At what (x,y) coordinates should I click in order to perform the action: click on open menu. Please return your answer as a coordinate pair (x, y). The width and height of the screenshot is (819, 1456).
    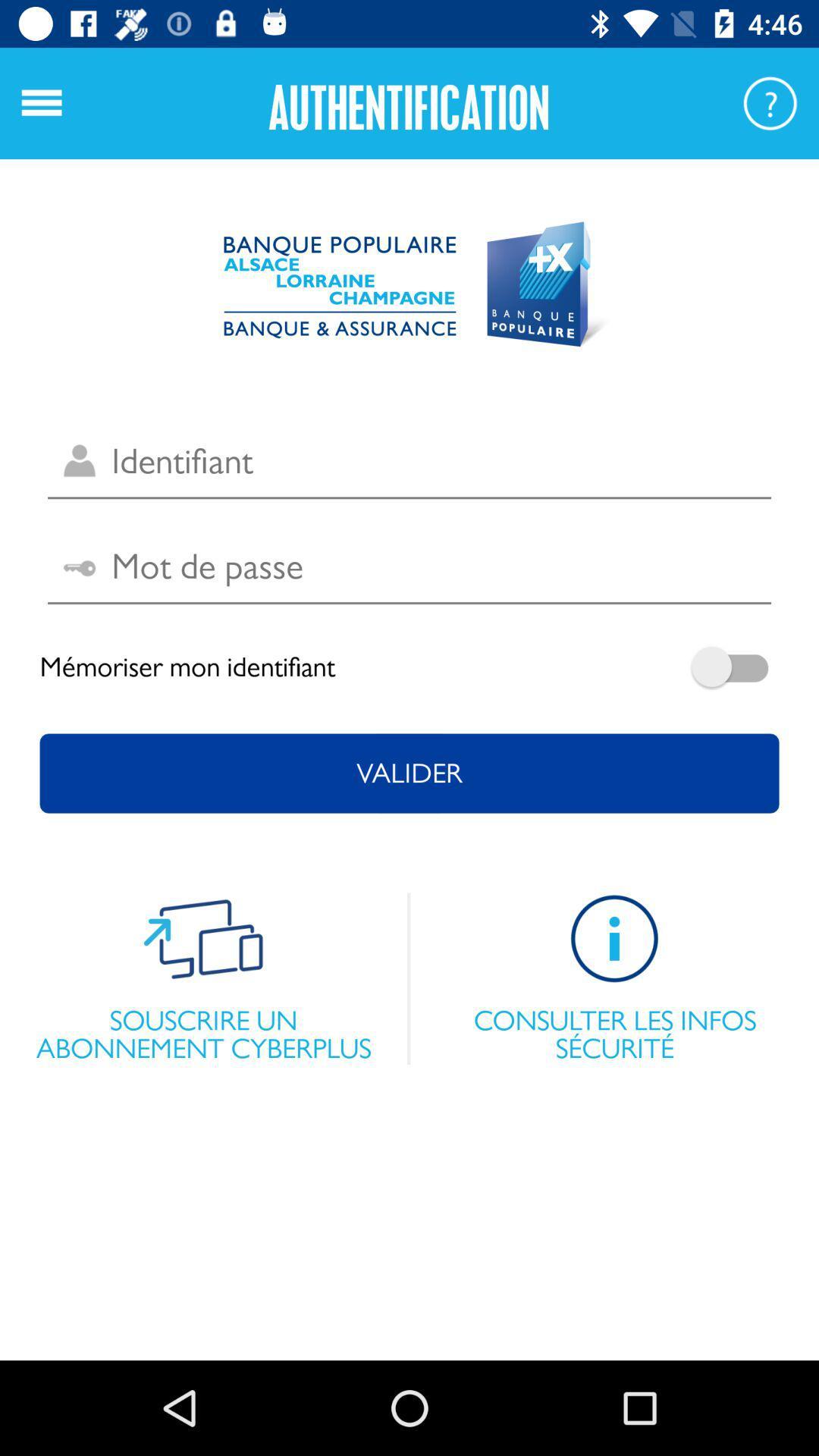
    Looking at the image, I should click on (41, 102).